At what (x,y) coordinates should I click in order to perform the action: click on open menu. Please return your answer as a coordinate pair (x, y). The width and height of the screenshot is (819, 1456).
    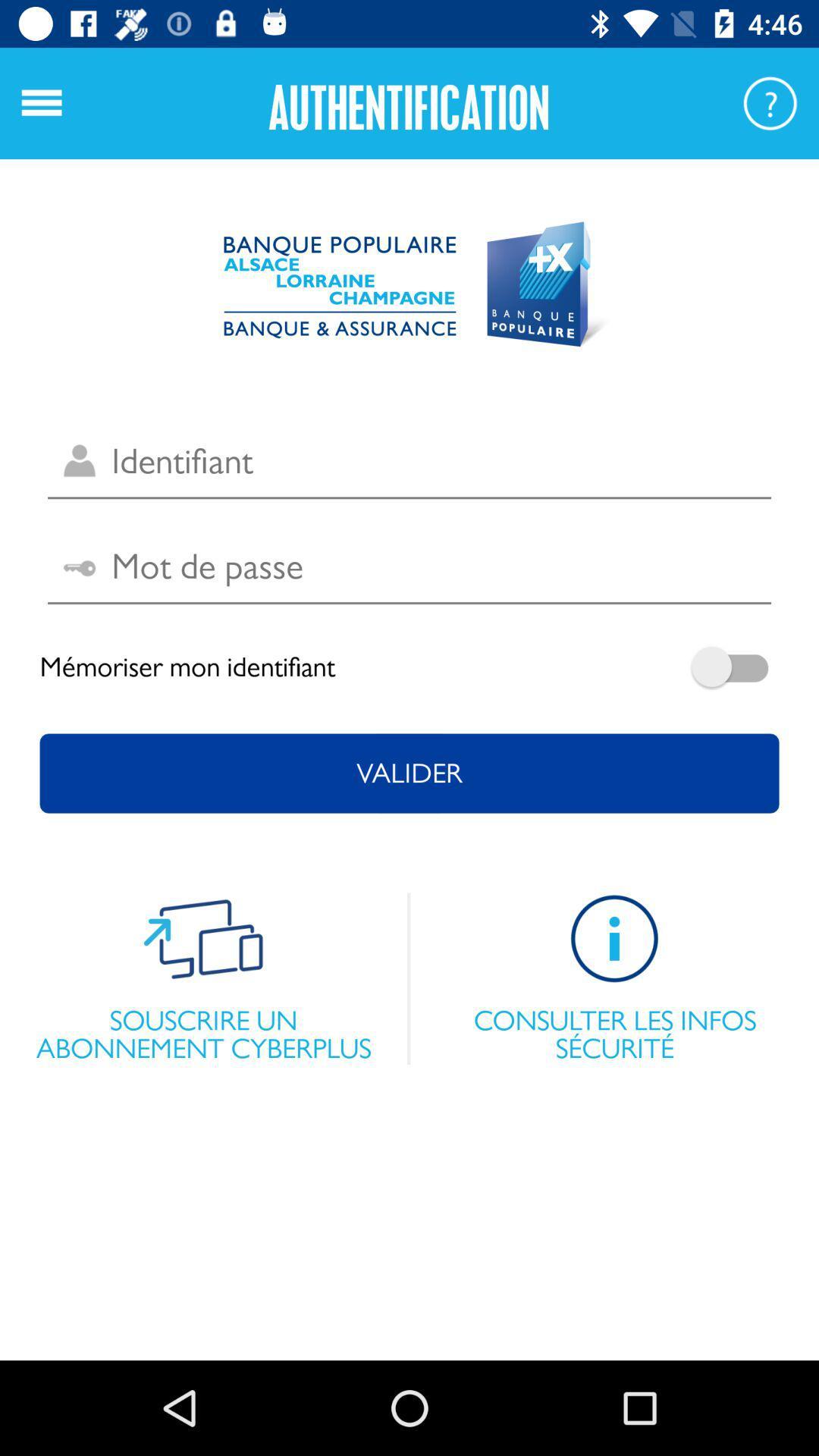
    Looking at the image, I should click on (41, 102).